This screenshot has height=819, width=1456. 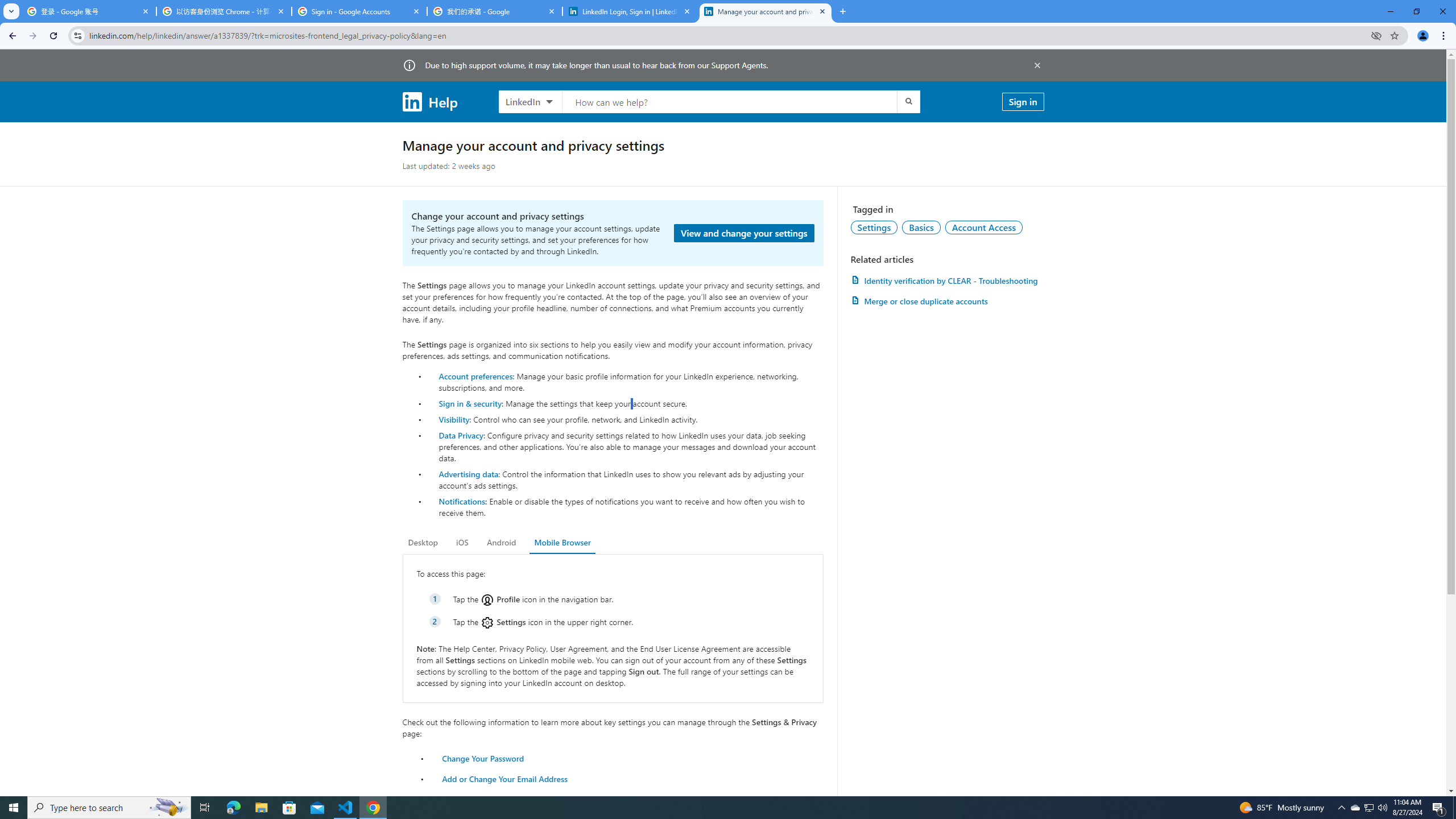 I want to click on 'AutomationID: topic-link-a51', so click(x=921, y=226).